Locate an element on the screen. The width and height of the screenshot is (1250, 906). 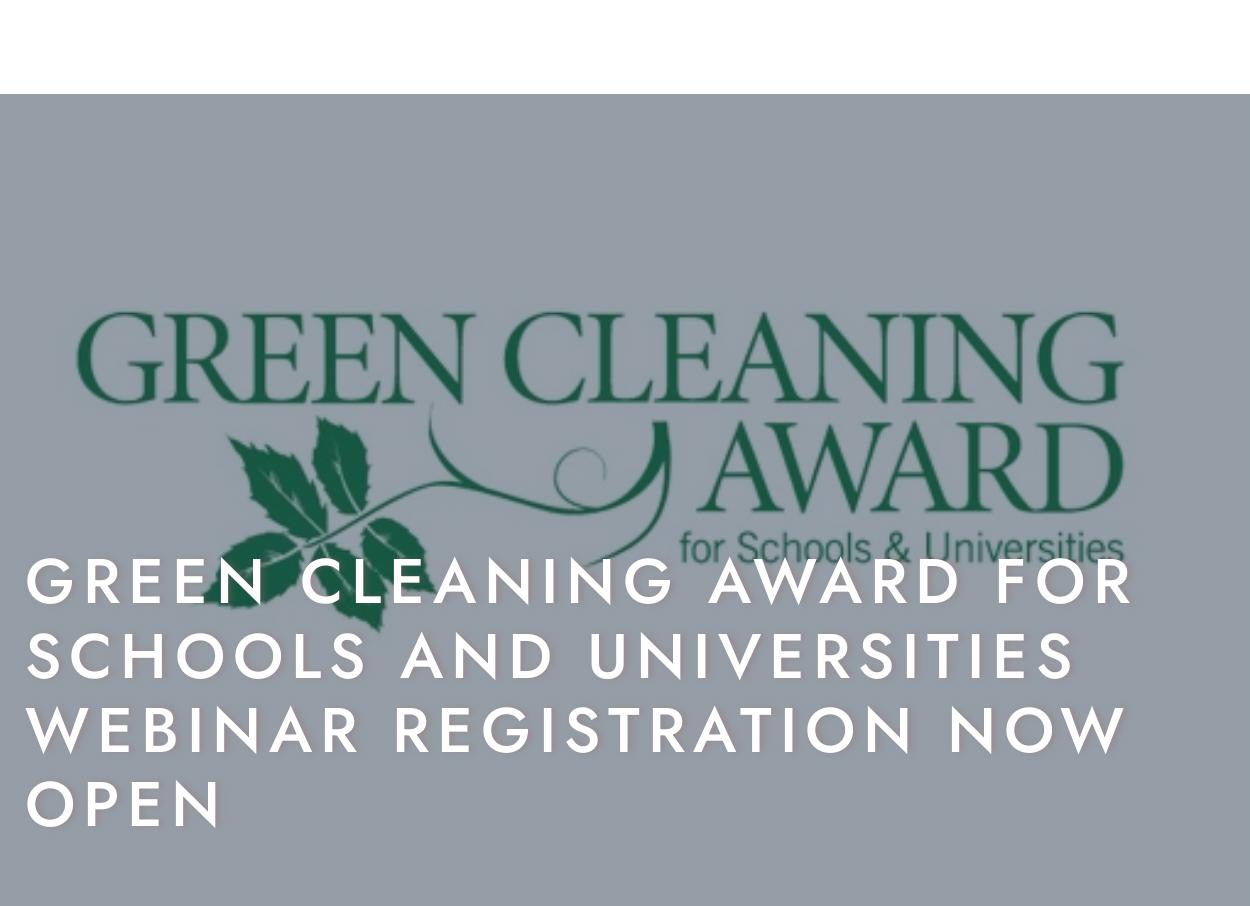
'S' is located at coordinates (30, 419).